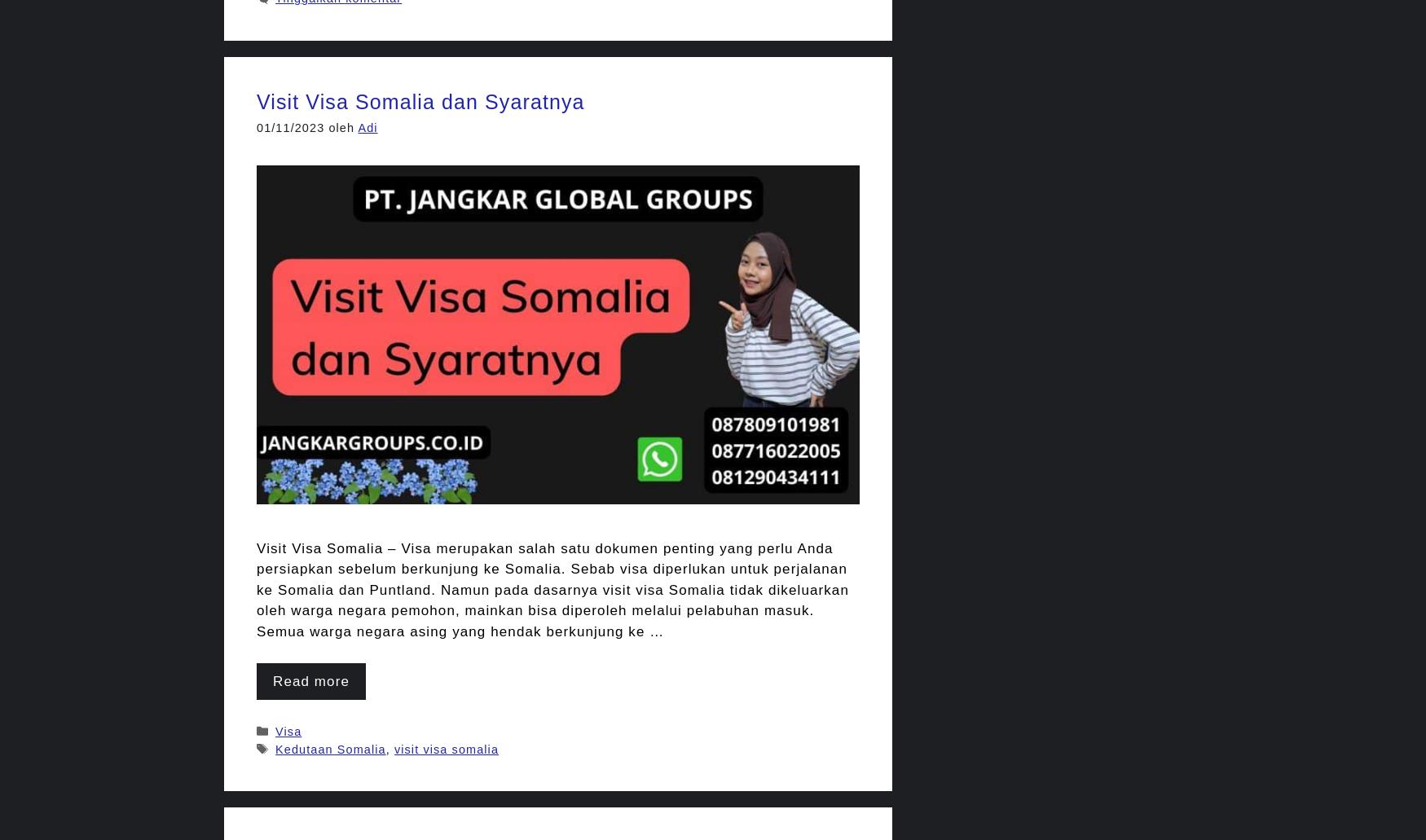 This screenshot has width=1426, height=840. What do you see at coordinates (445, 749) in the screenshot?
I see `'visit visa somalia'` at bounding box center [445, 749].